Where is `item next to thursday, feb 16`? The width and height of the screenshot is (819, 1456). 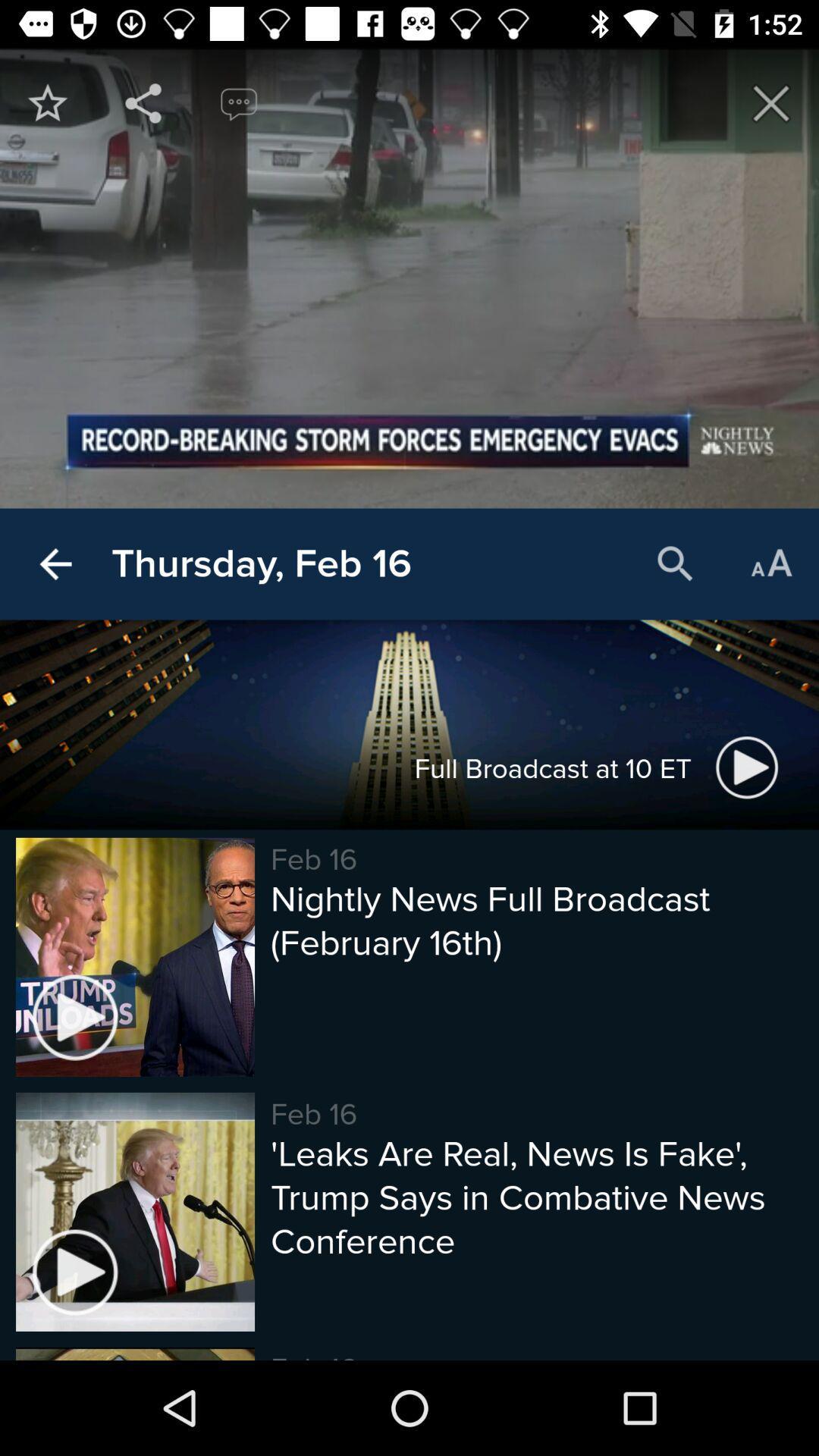
item next to thursday, feb 16 is located at coordinates (675, 563).